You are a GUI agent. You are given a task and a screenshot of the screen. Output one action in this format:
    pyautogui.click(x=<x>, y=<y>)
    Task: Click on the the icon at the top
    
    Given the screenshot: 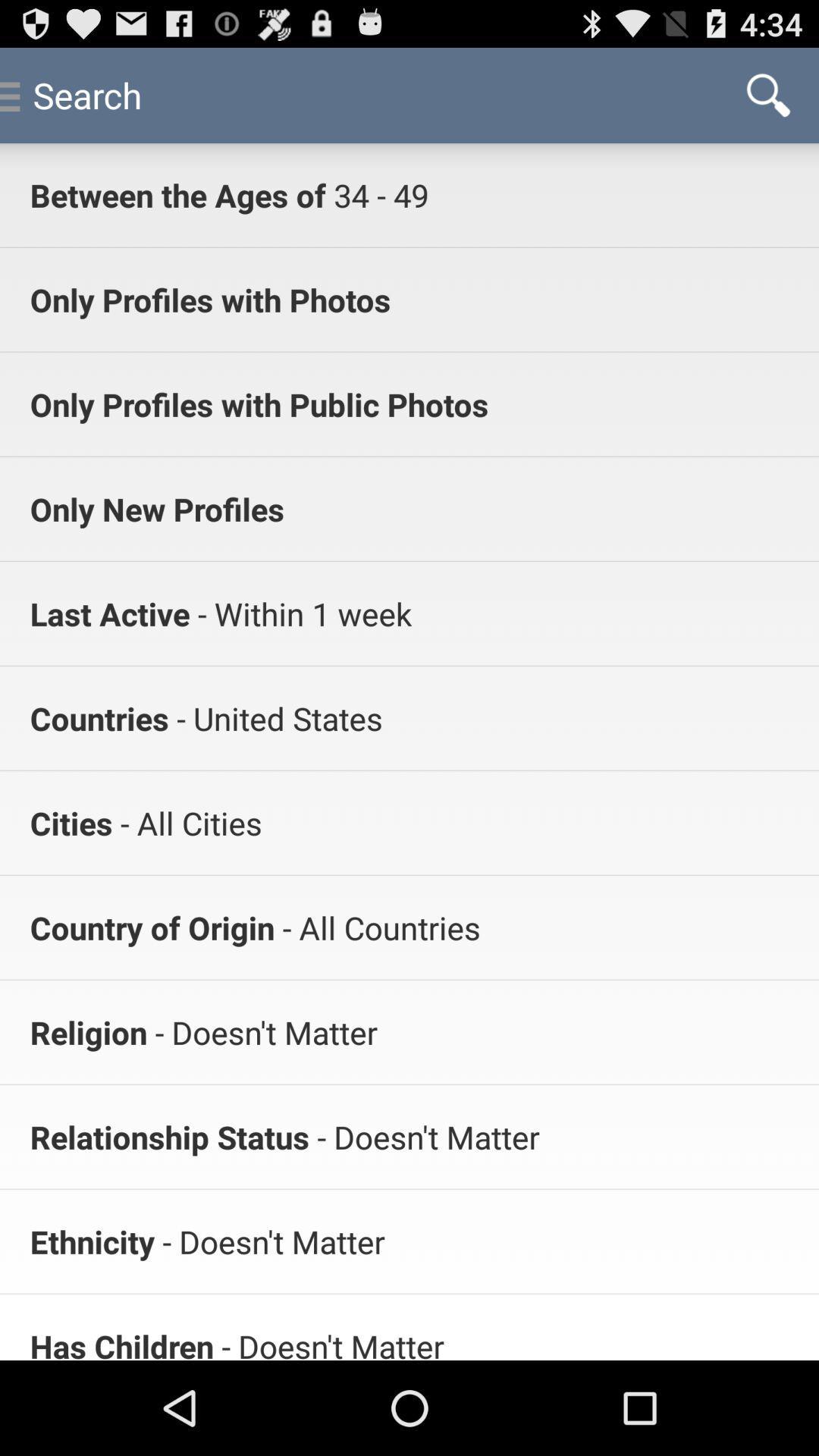 What is the action you would take?
    pyautogui.click(x=376, y=194)
    